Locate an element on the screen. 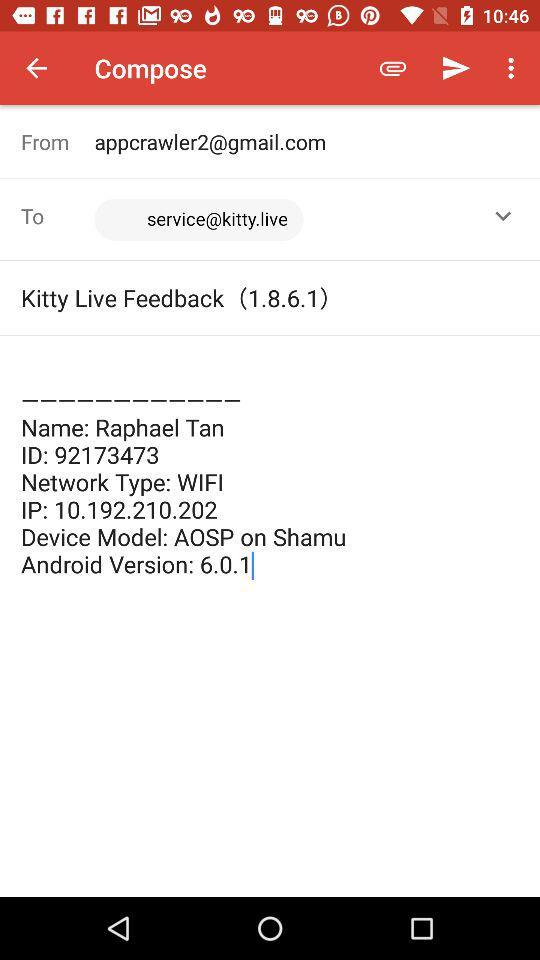 This screenshot has height=960, width=540. name raphael tan is located at coordinates (270, 468).